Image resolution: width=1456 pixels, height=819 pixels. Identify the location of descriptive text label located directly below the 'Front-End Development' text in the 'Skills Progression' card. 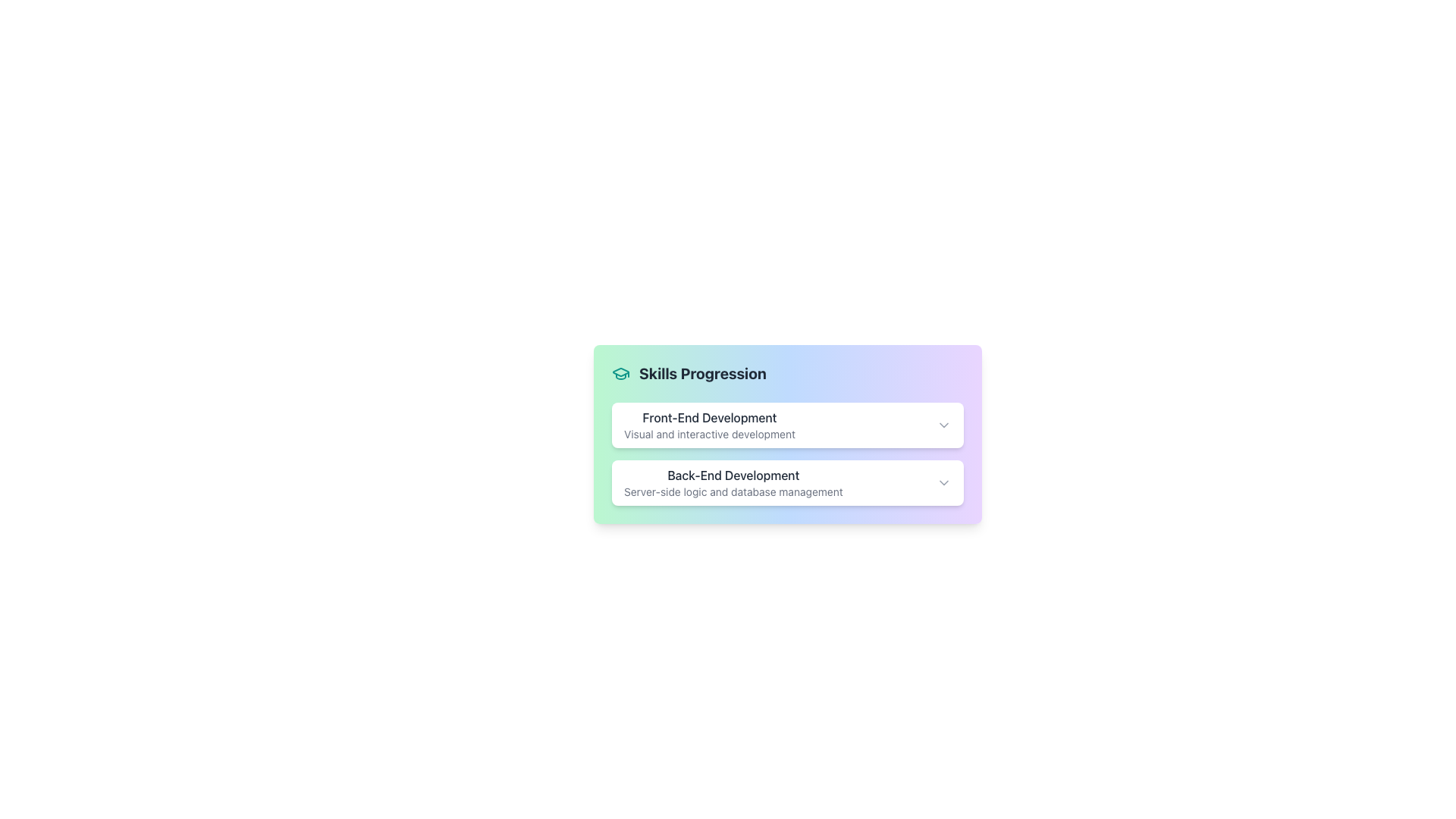
(709, 435).